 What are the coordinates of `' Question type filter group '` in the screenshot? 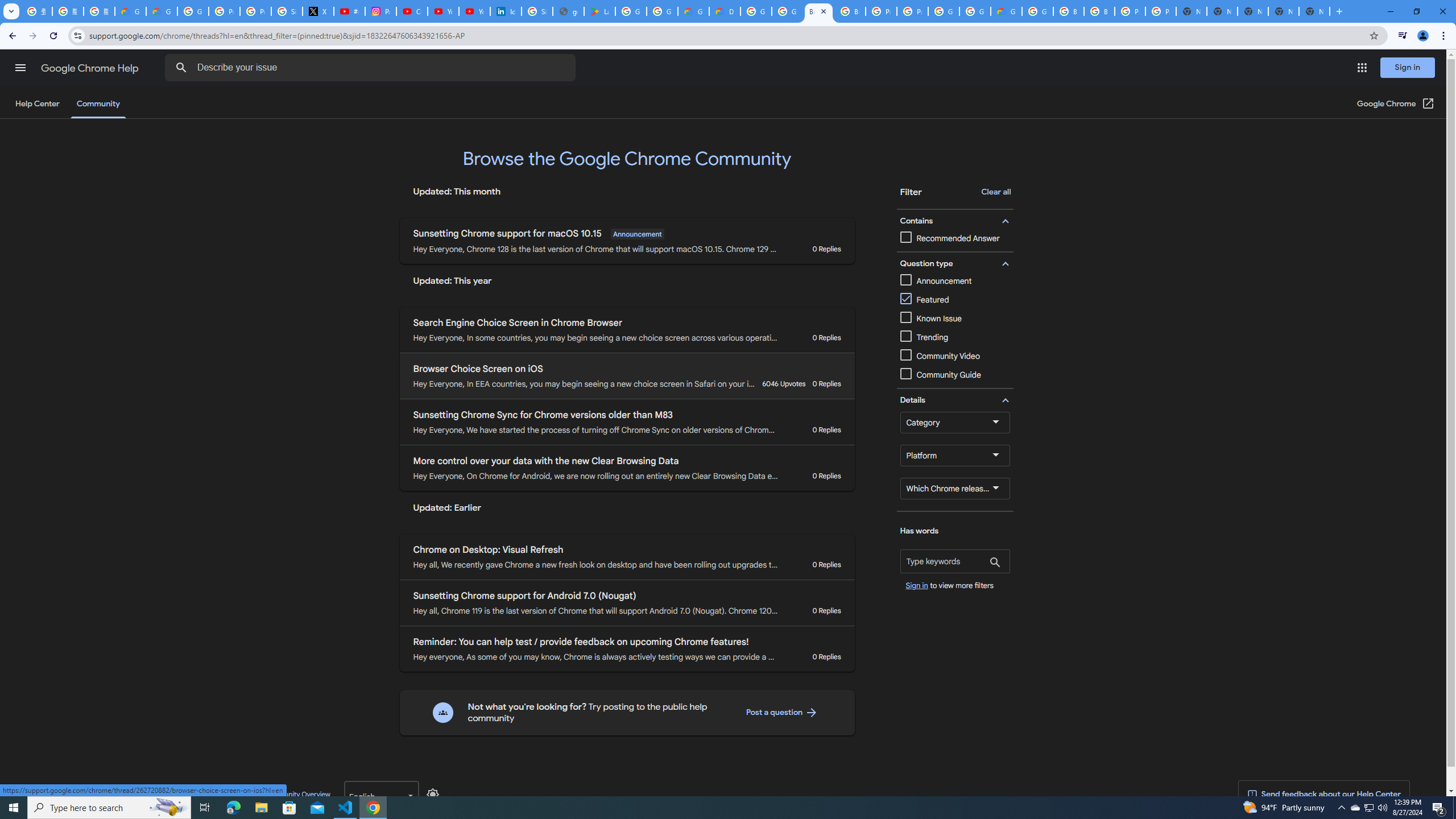 It's located at (953, 263).